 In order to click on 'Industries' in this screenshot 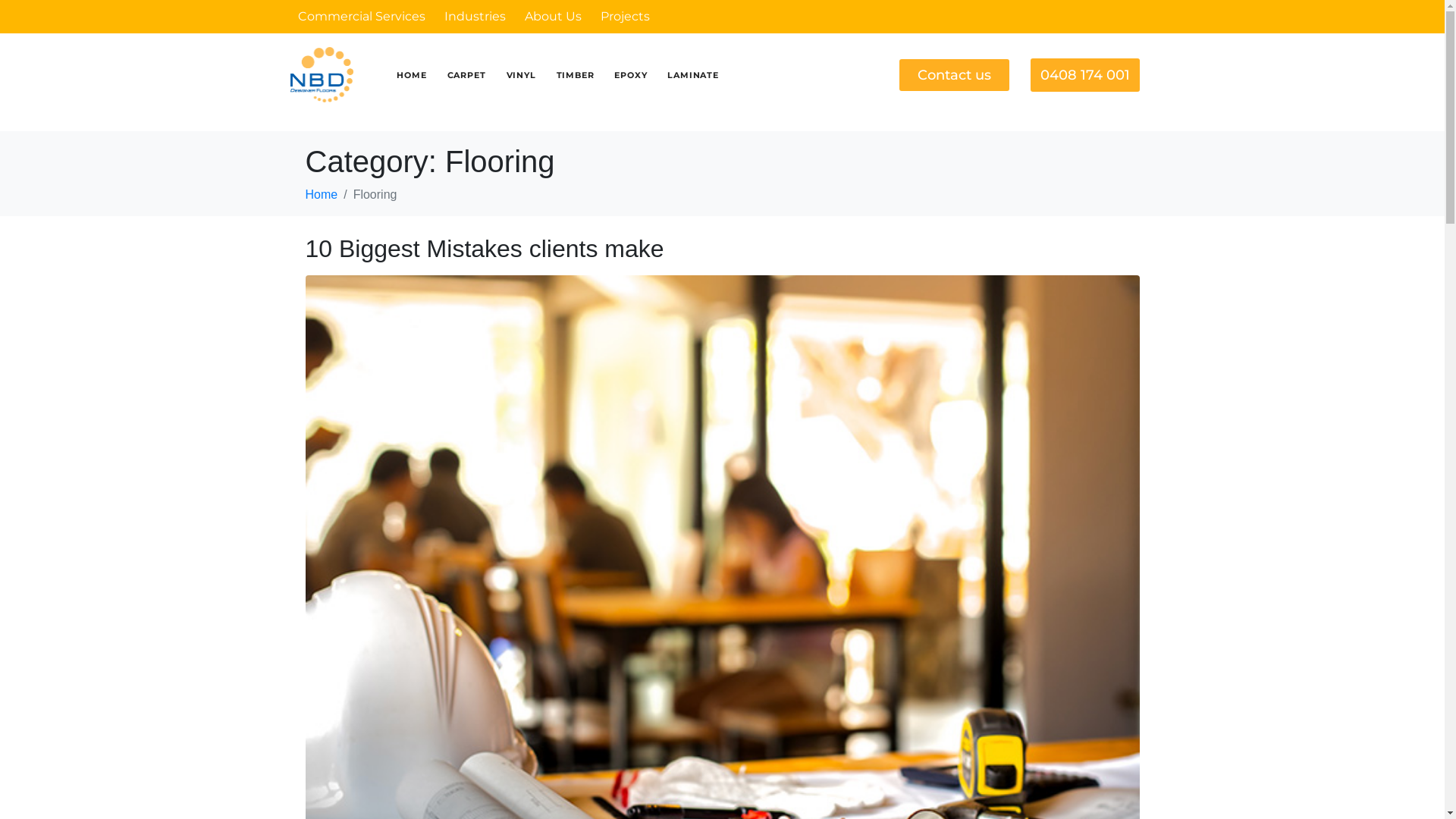, I will do `click(474, 16)`.